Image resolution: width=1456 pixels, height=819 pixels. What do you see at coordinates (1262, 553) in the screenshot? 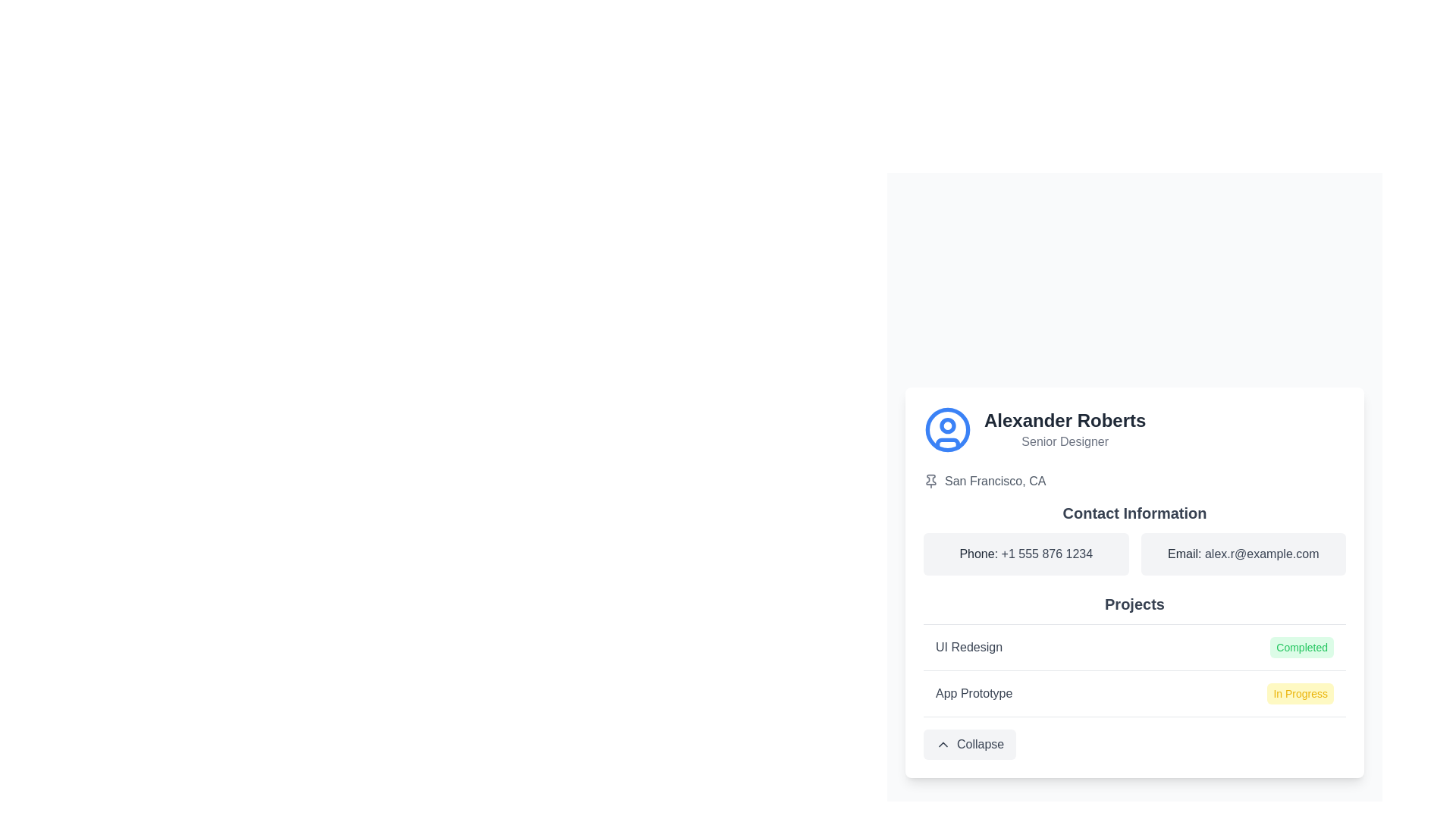
I see `the static text displaying 'alex.r@example.com', which is located to the right of the 'Email:' label in the 'Contact Information' section` at bounding box center [1262, 553].